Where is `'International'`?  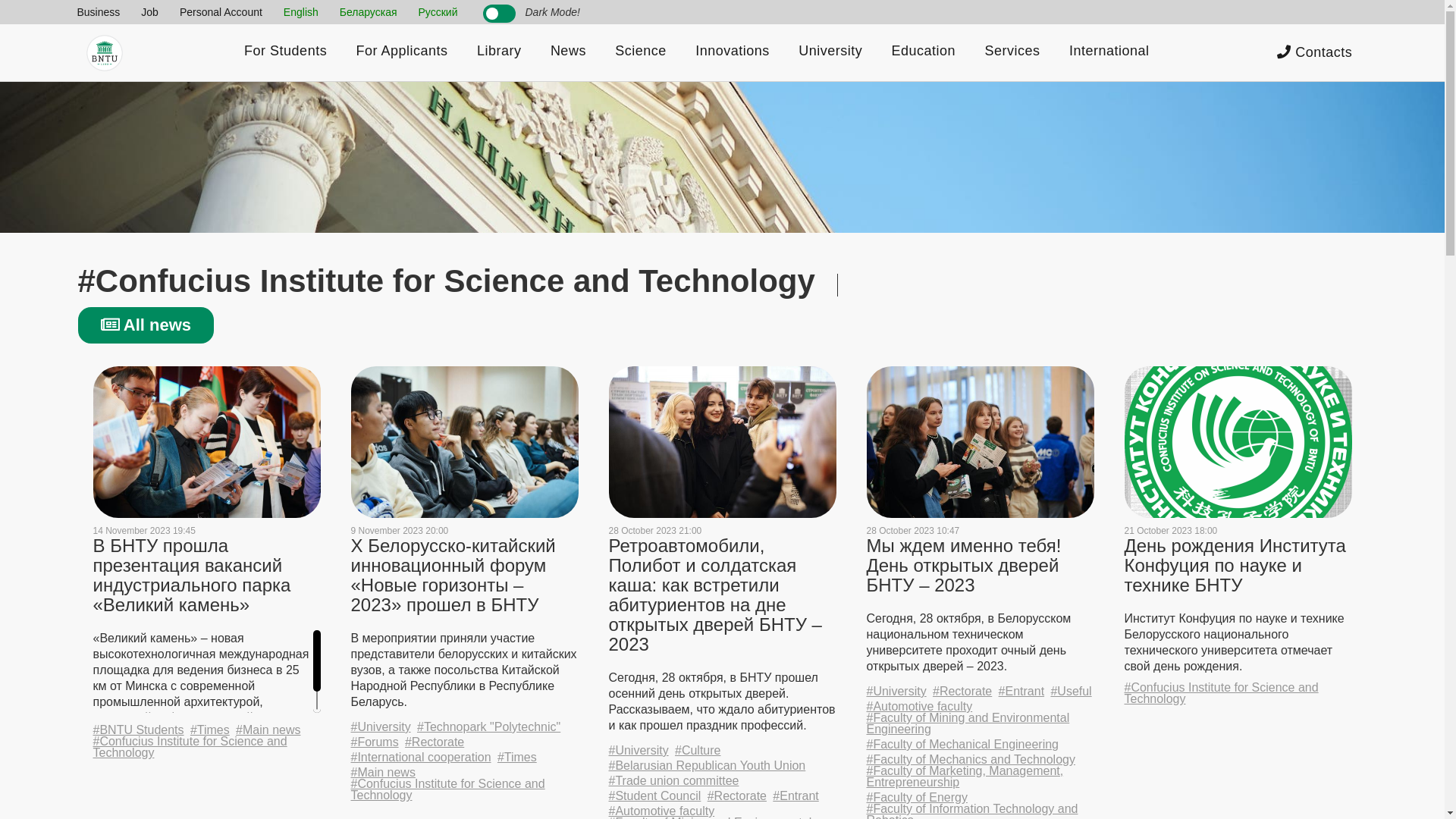 'International' is located at coordinates (1109, 52).